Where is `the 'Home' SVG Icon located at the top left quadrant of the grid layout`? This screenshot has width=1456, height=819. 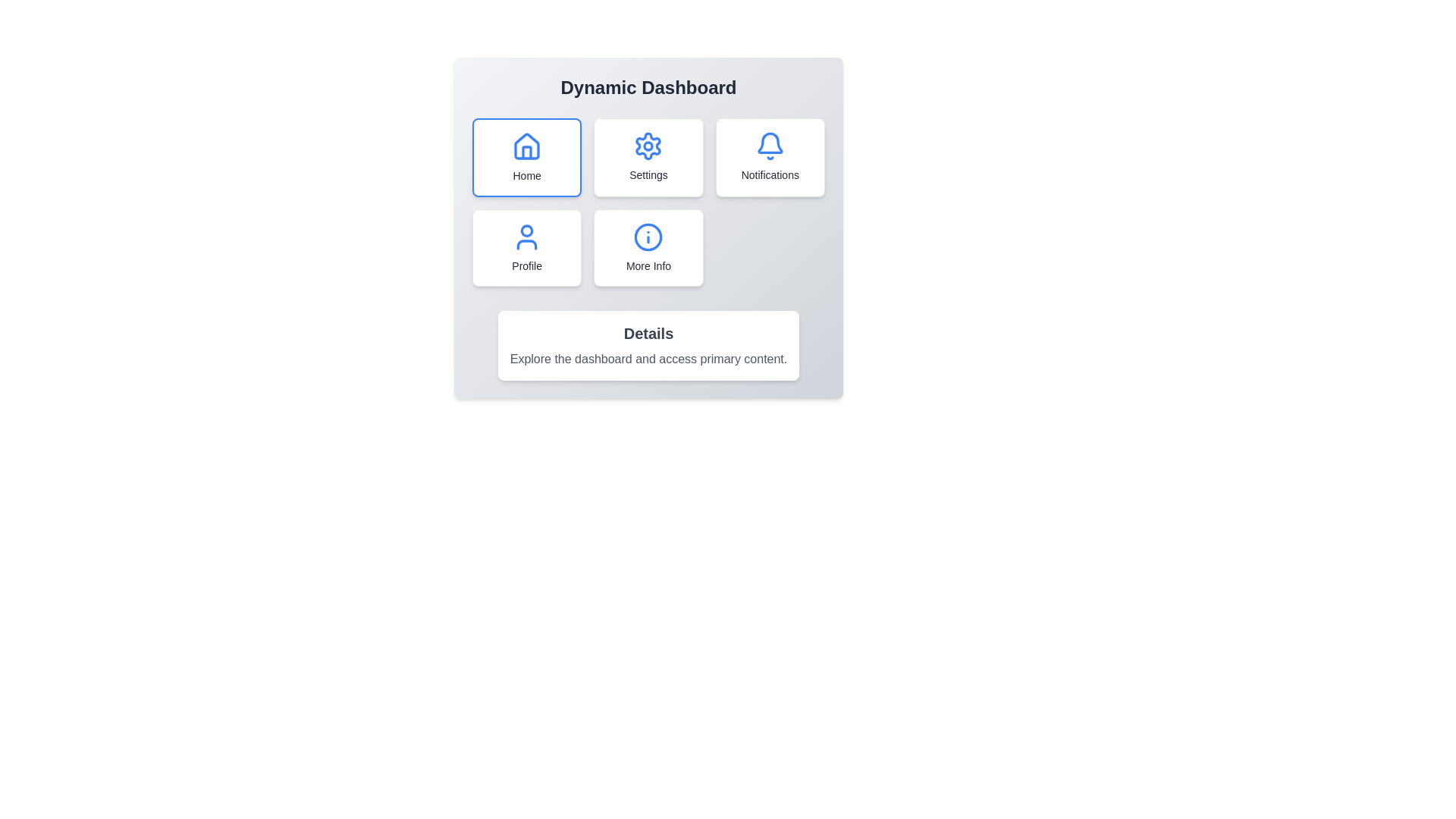
the 'Home' SVG Icon located at the top left quadrant of the grid layout is located at coordinates (527, 146).